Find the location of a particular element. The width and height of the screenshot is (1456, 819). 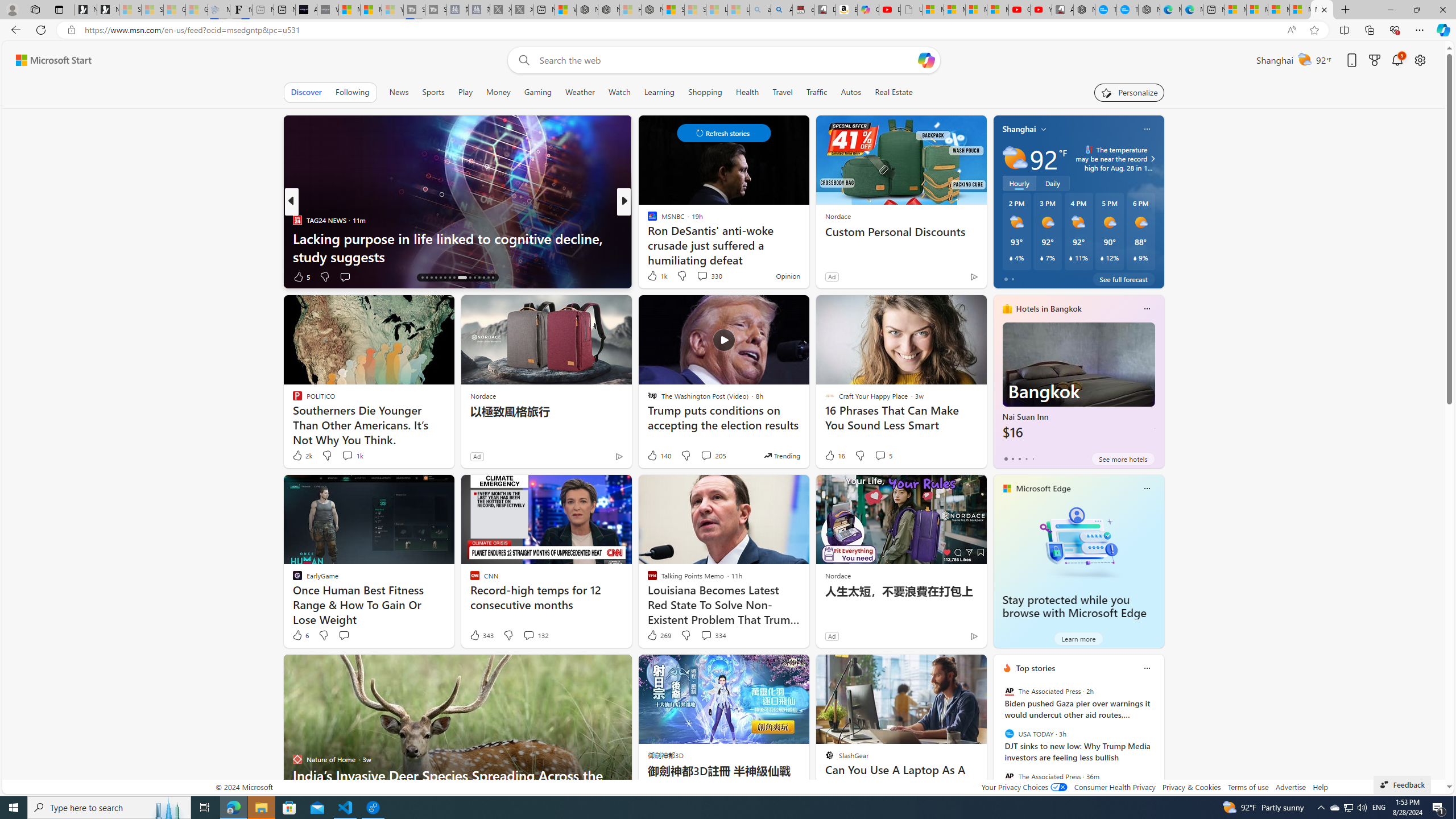

'The most popular Google ' is located at coordinates (1127, 9).